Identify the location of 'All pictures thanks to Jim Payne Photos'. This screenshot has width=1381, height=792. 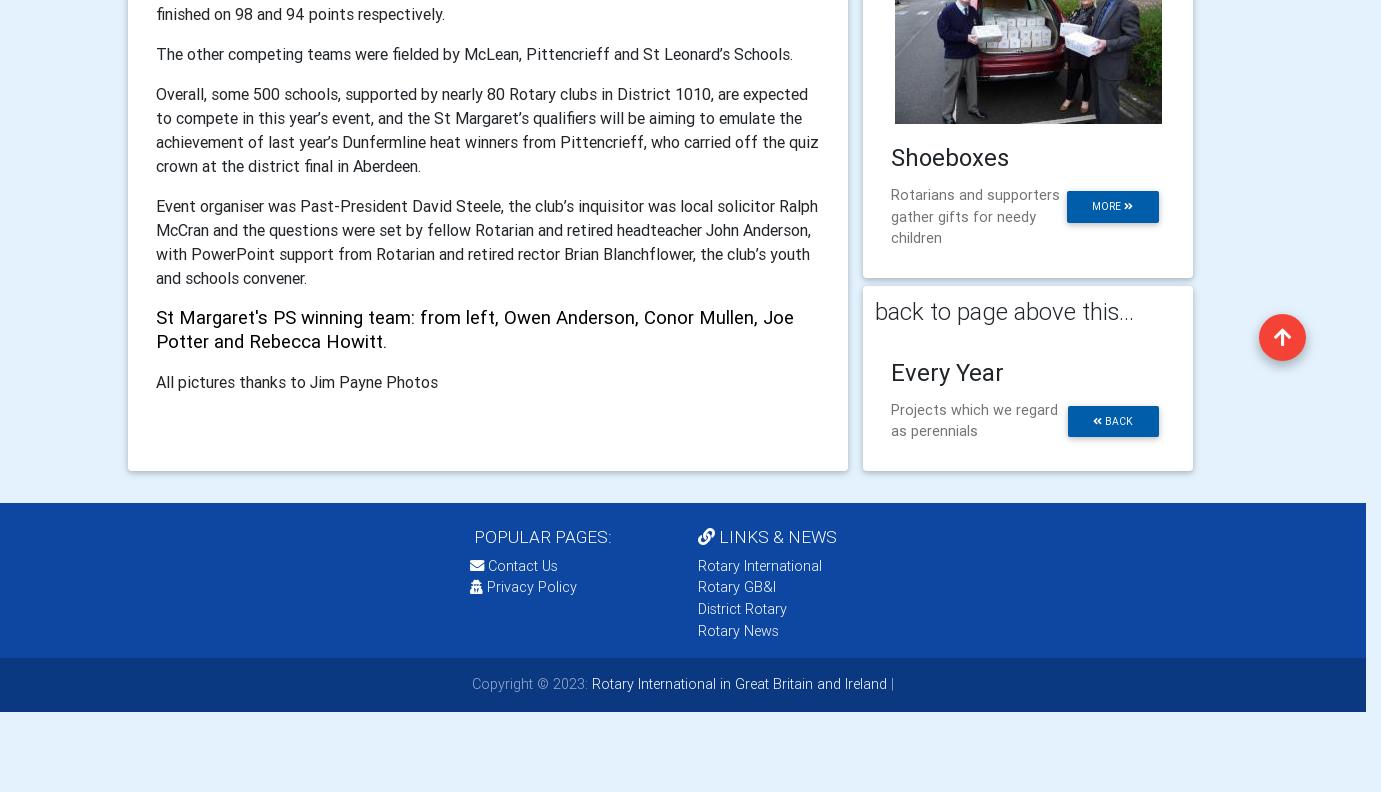
(297, 381).